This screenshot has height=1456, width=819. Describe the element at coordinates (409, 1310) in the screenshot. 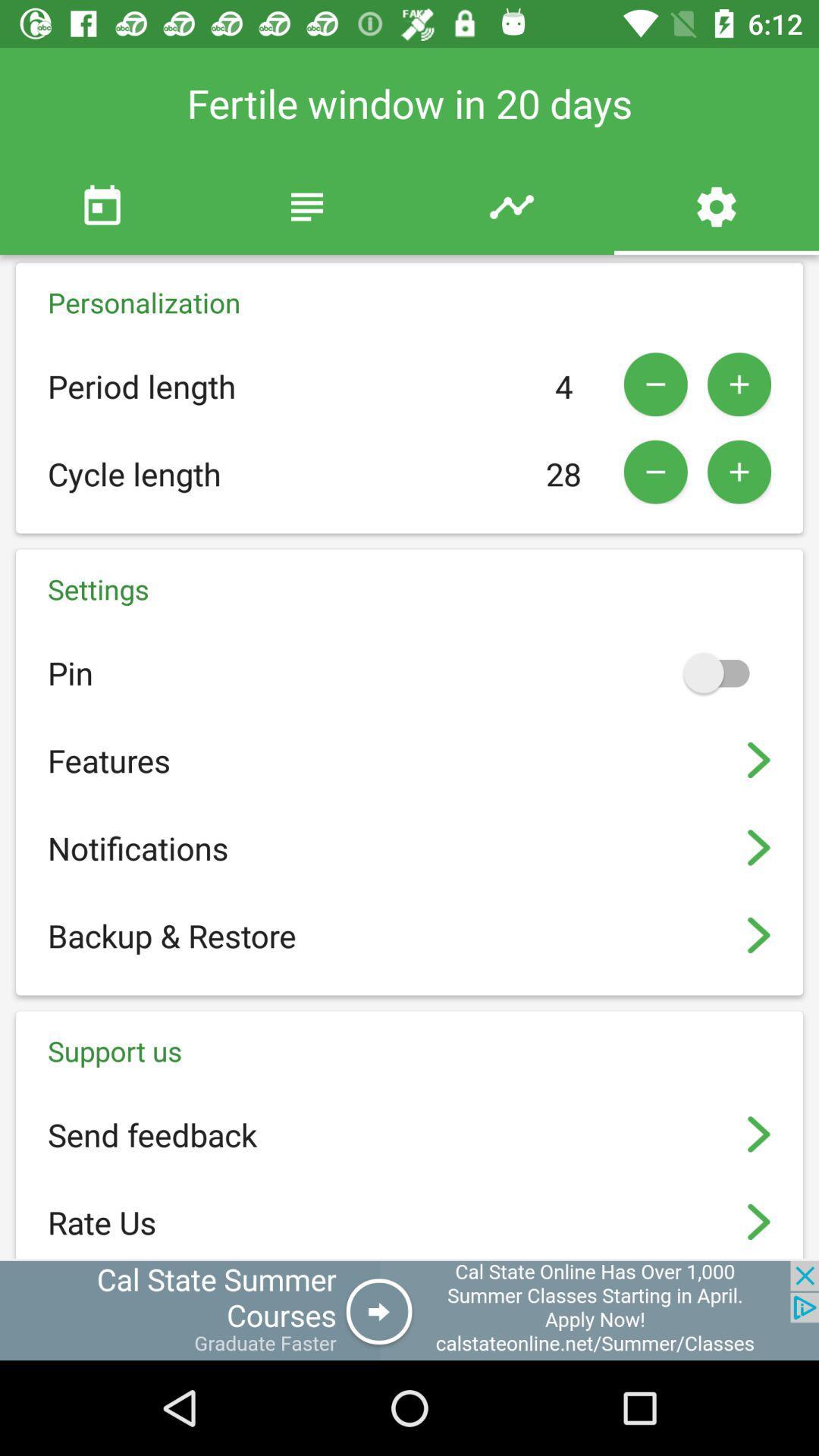

I see `open an advertisements` at that location.